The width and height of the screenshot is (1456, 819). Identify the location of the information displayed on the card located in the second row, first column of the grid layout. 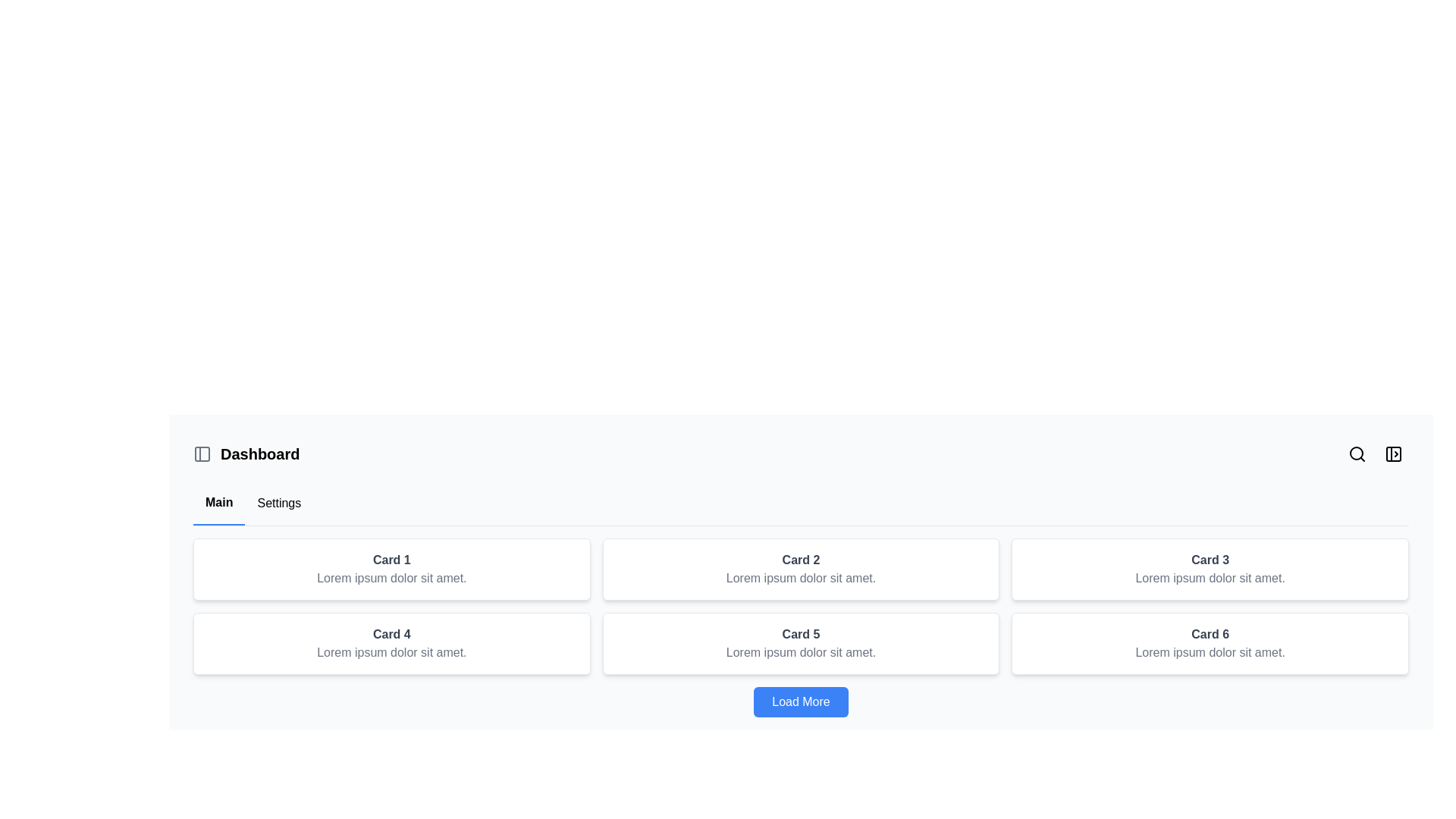
(391, 643).